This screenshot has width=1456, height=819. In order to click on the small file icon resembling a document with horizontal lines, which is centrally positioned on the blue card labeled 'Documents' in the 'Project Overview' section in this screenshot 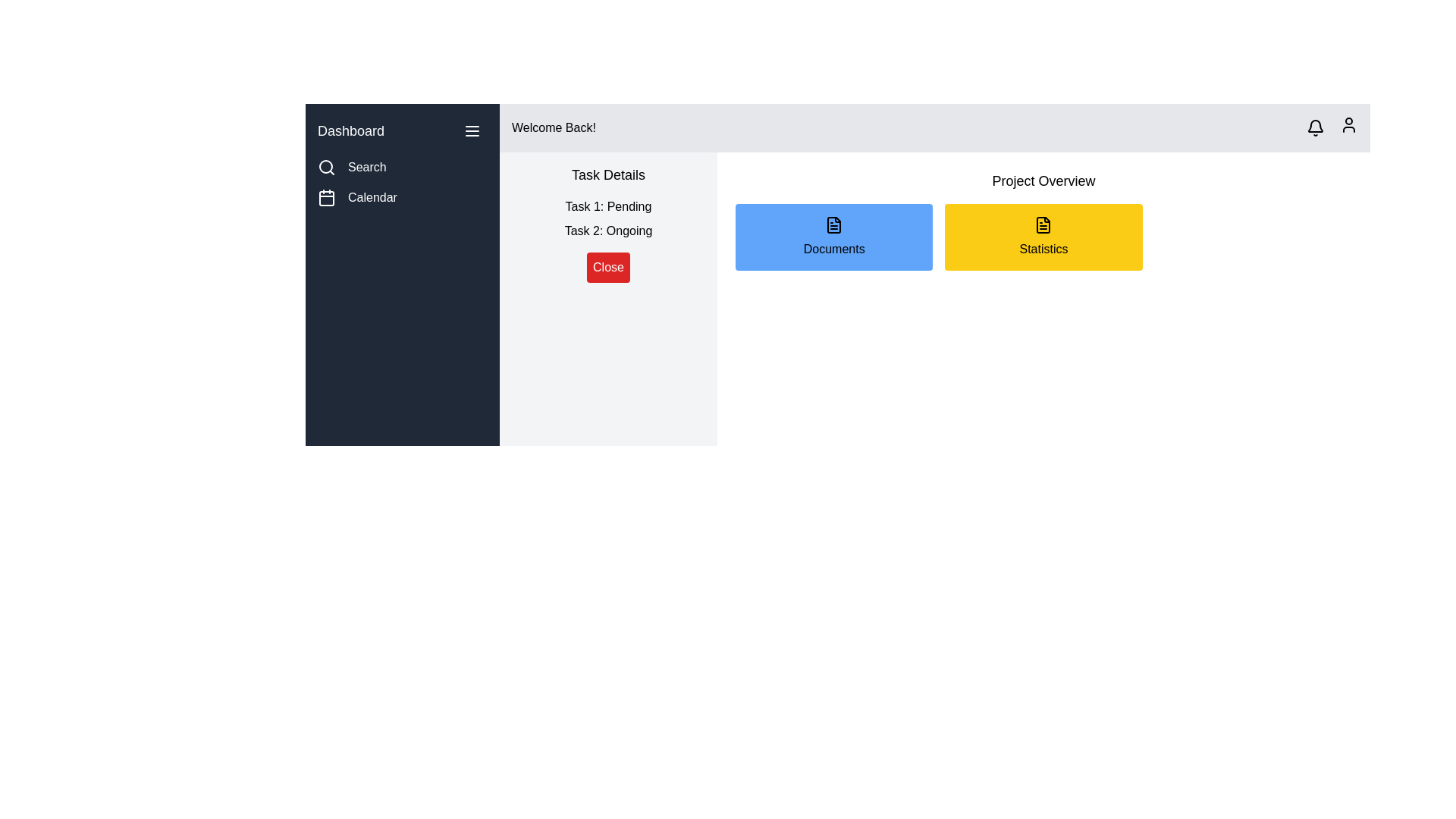, I will do `click(833, 225)`.